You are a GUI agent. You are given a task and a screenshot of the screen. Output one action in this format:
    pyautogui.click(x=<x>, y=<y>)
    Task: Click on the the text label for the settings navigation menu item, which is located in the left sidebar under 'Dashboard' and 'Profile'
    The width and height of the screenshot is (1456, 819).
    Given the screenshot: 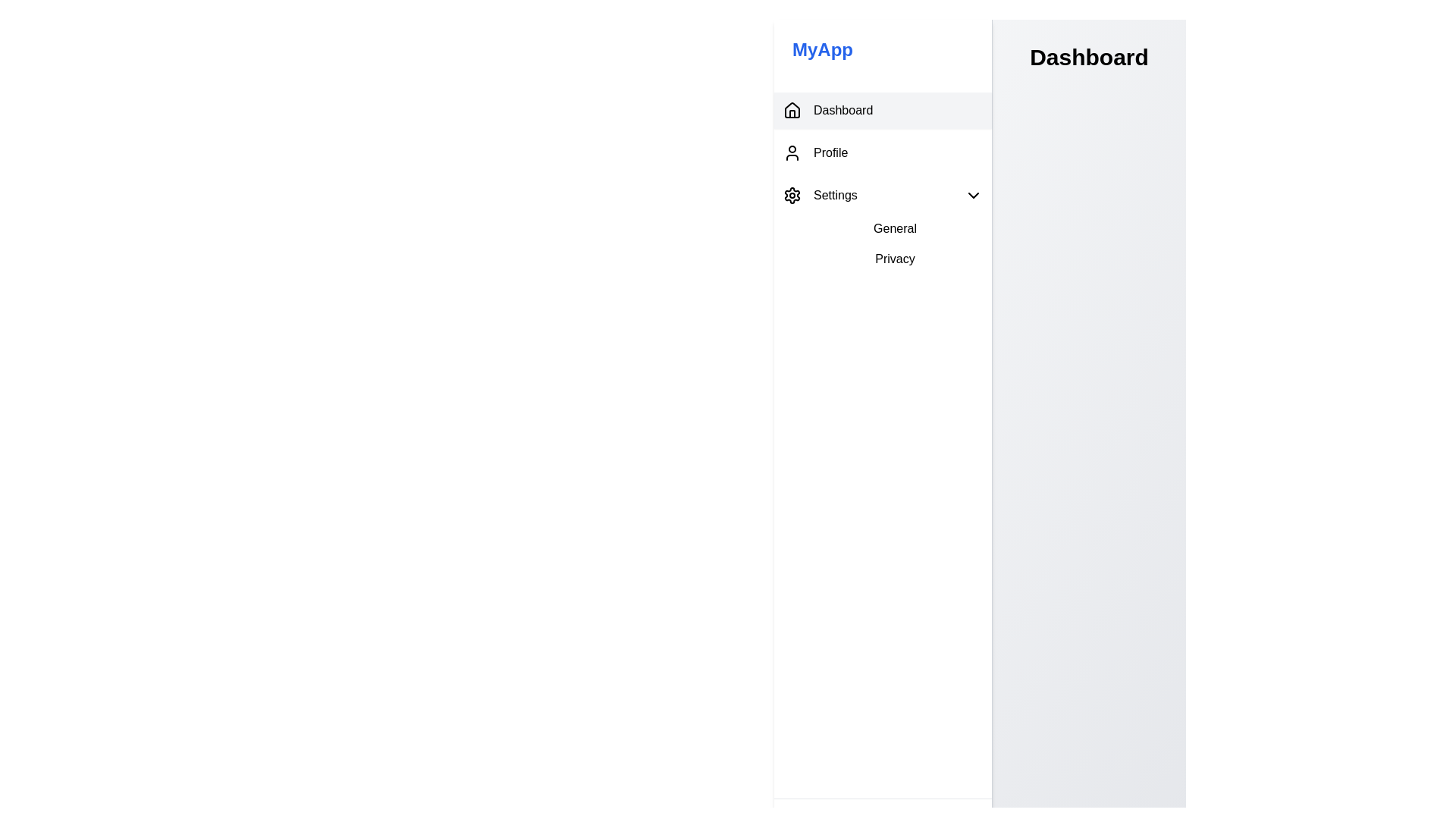 What is the action you would take?
    pyautogui.click(x=834, y=195)
    